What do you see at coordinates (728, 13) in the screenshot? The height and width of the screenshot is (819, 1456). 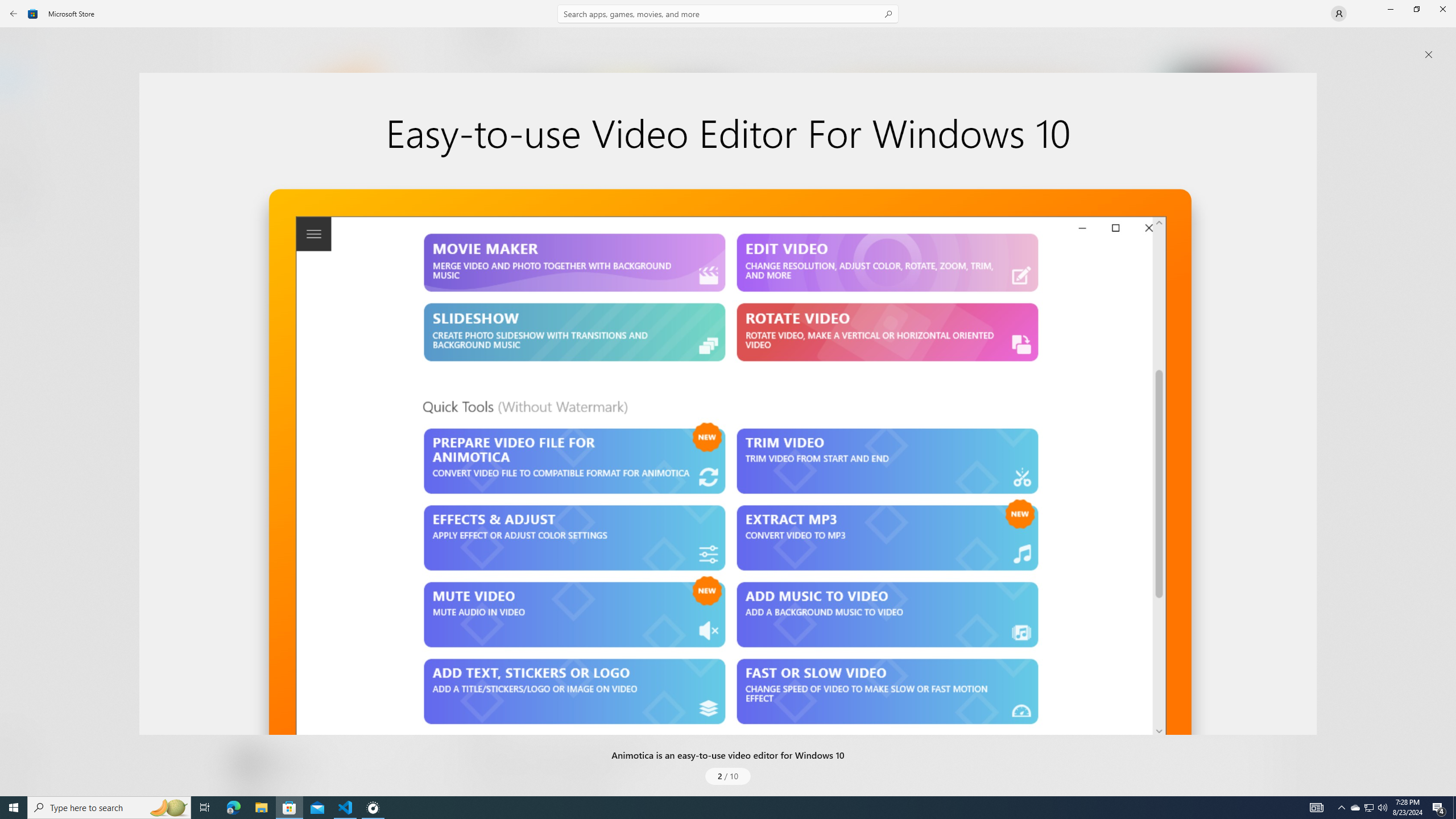 I see `'Search'` at bounding box center [728, 13].